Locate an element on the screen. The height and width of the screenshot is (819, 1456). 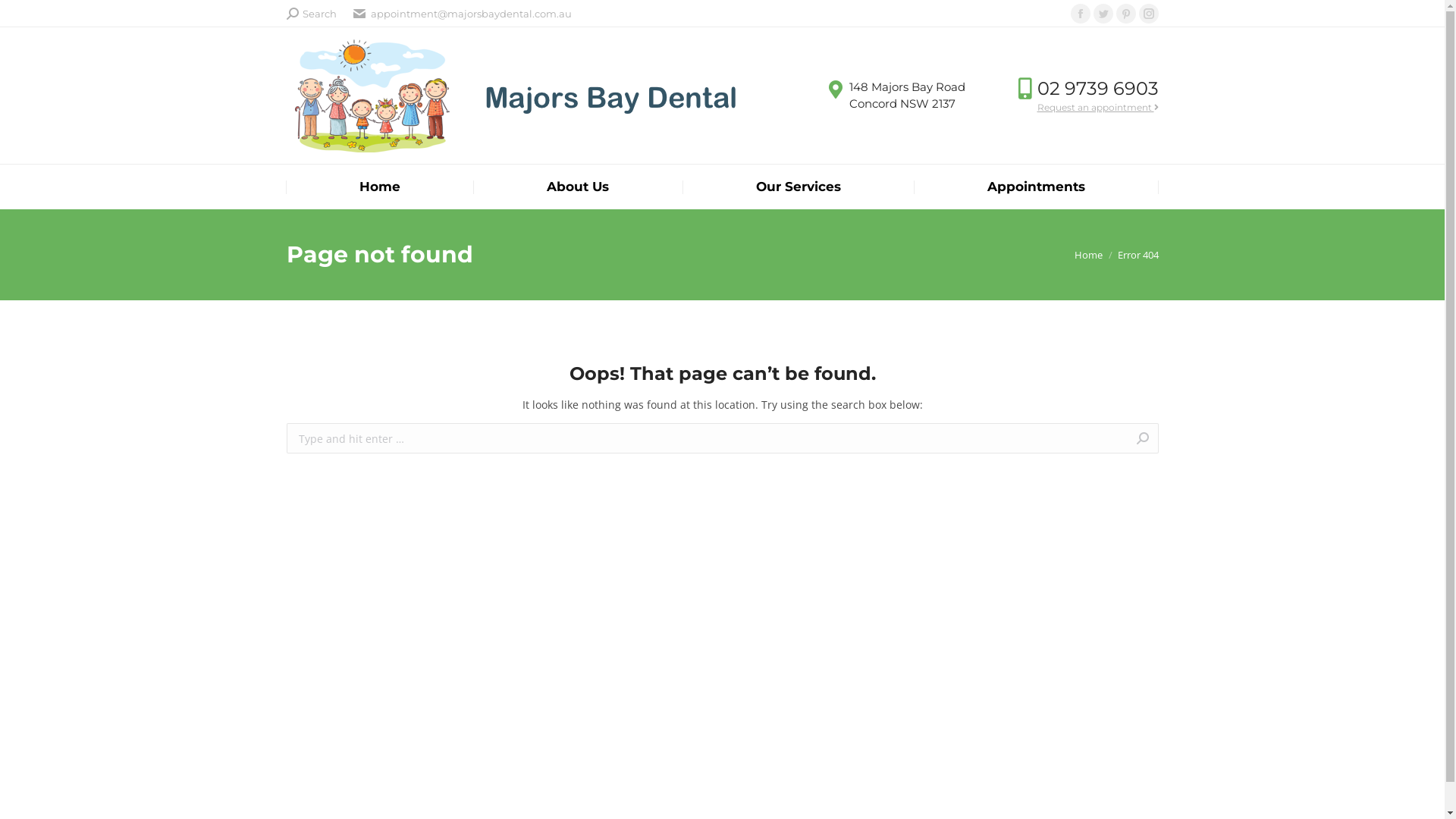
'Facebook page opens in new window' is located at coordinates (1080, 14).